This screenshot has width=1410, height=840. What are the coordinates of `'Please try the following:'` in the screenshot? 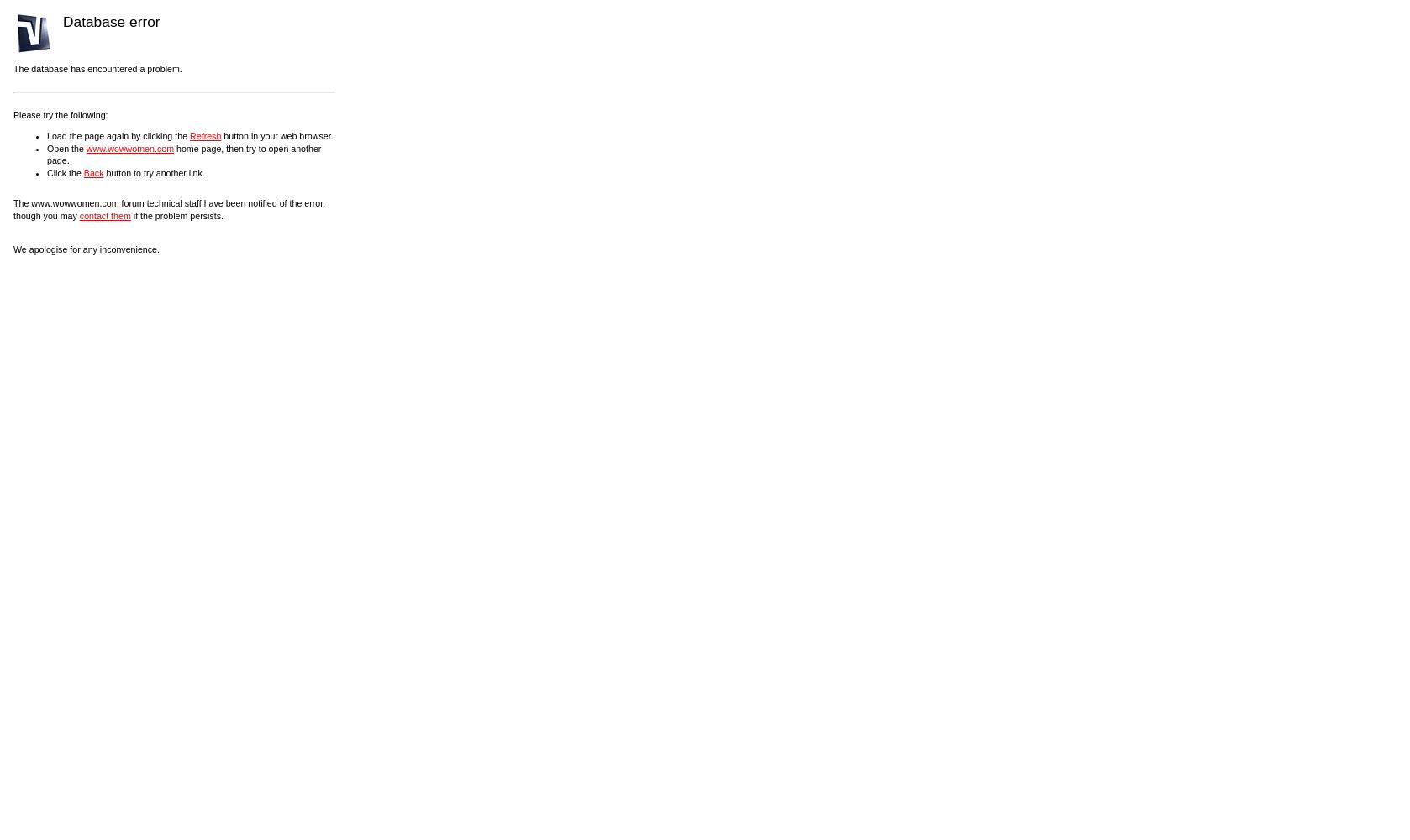 It's located at (60, 114).